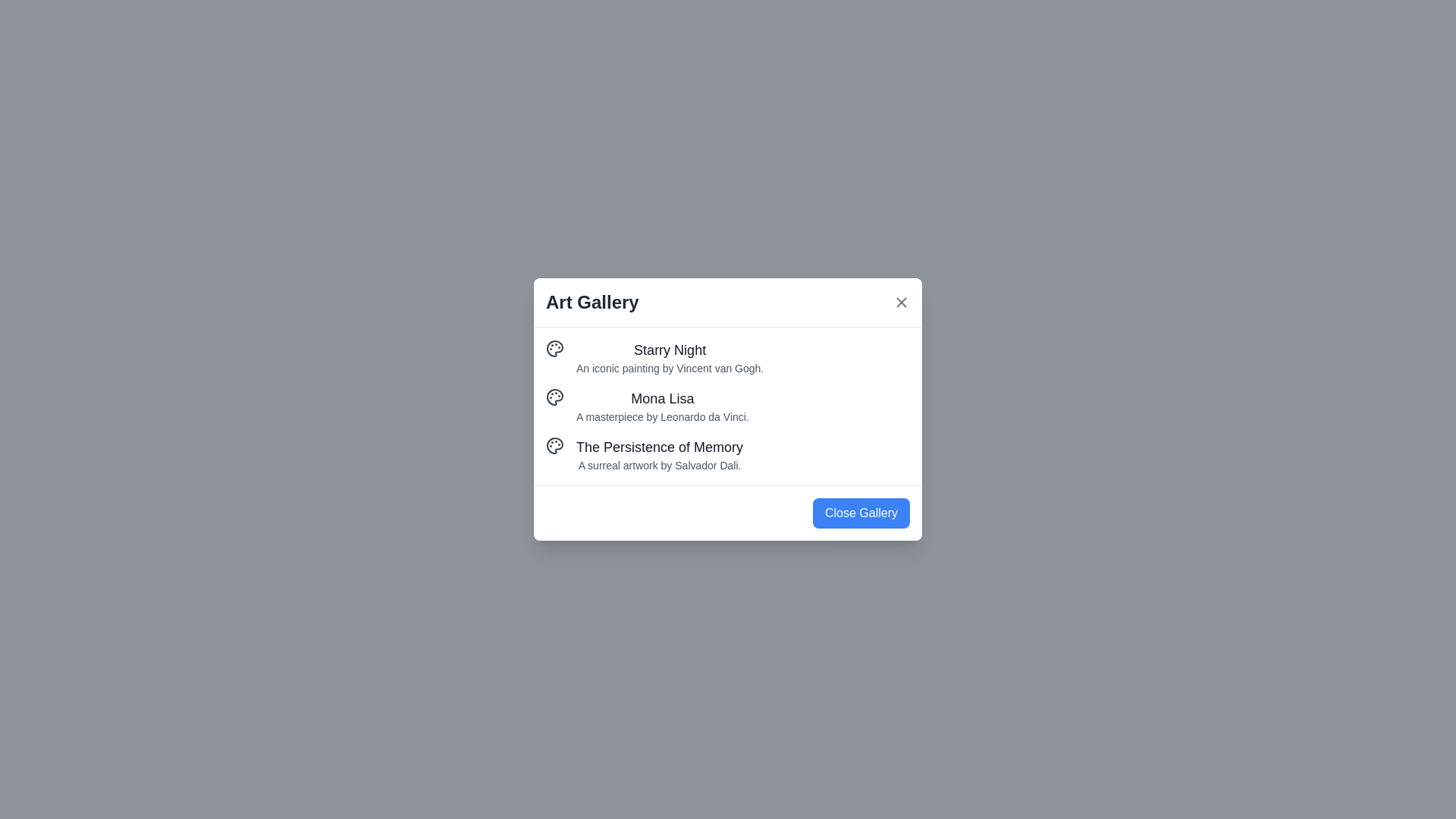 This screenshot has width=1456, height=819. I want to click on the 'X' button at the top-right corner of the dialog to close it, so click(902, 302).